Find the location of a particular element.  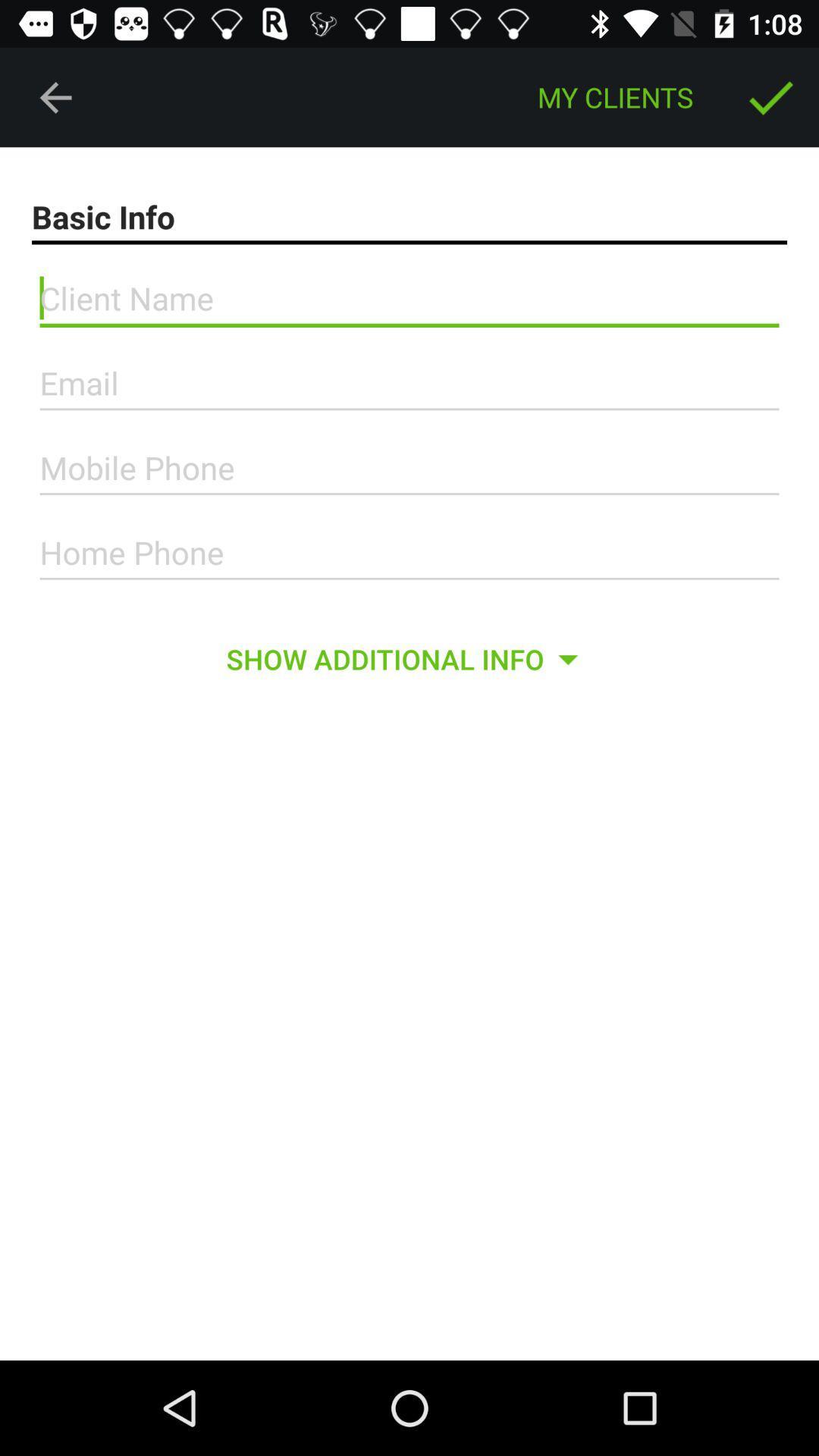

mobile phone number is located at coordinates (409, 467).